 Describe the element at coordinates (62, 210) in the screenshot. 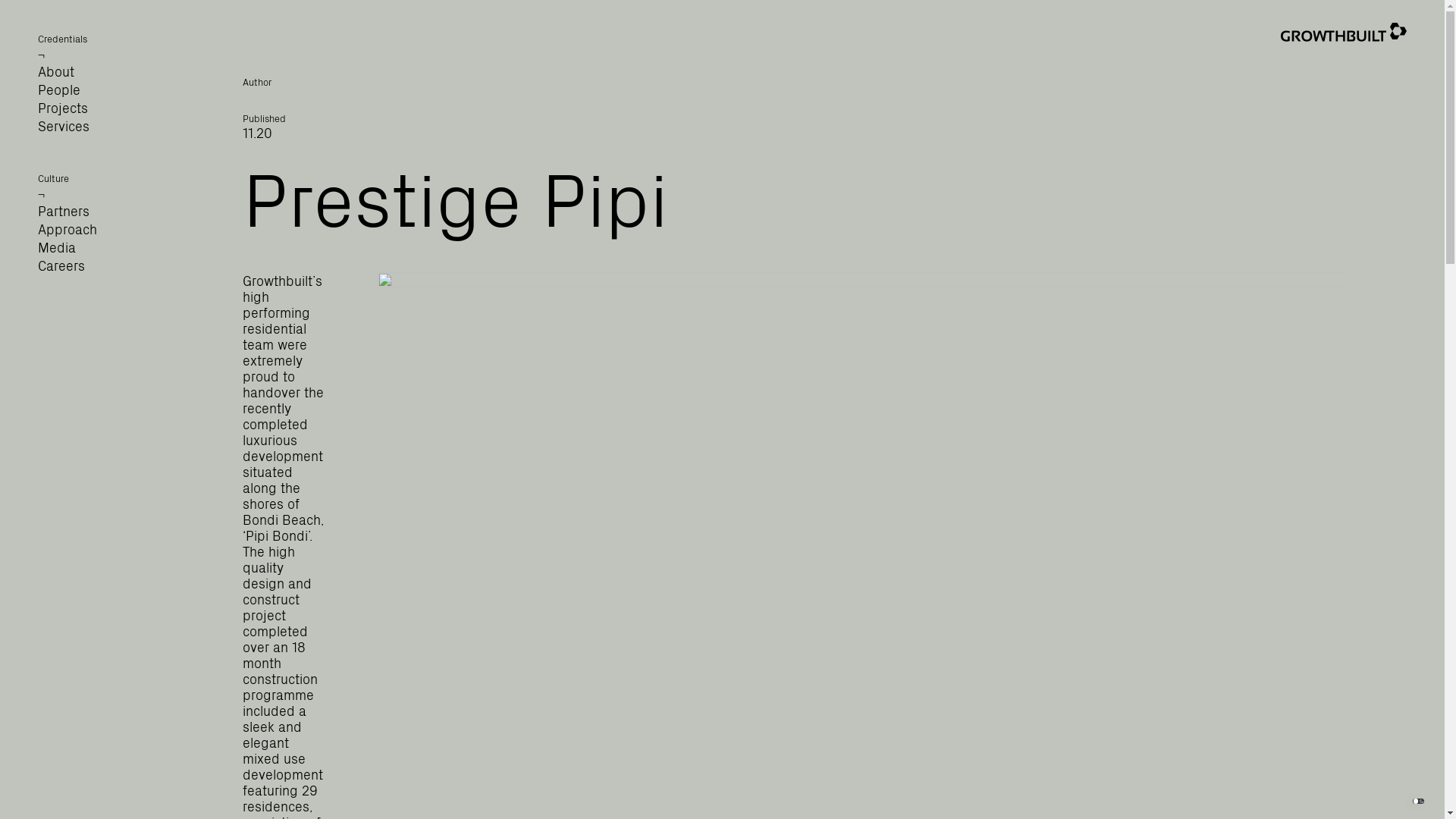

I see `'Partners'` at that location.